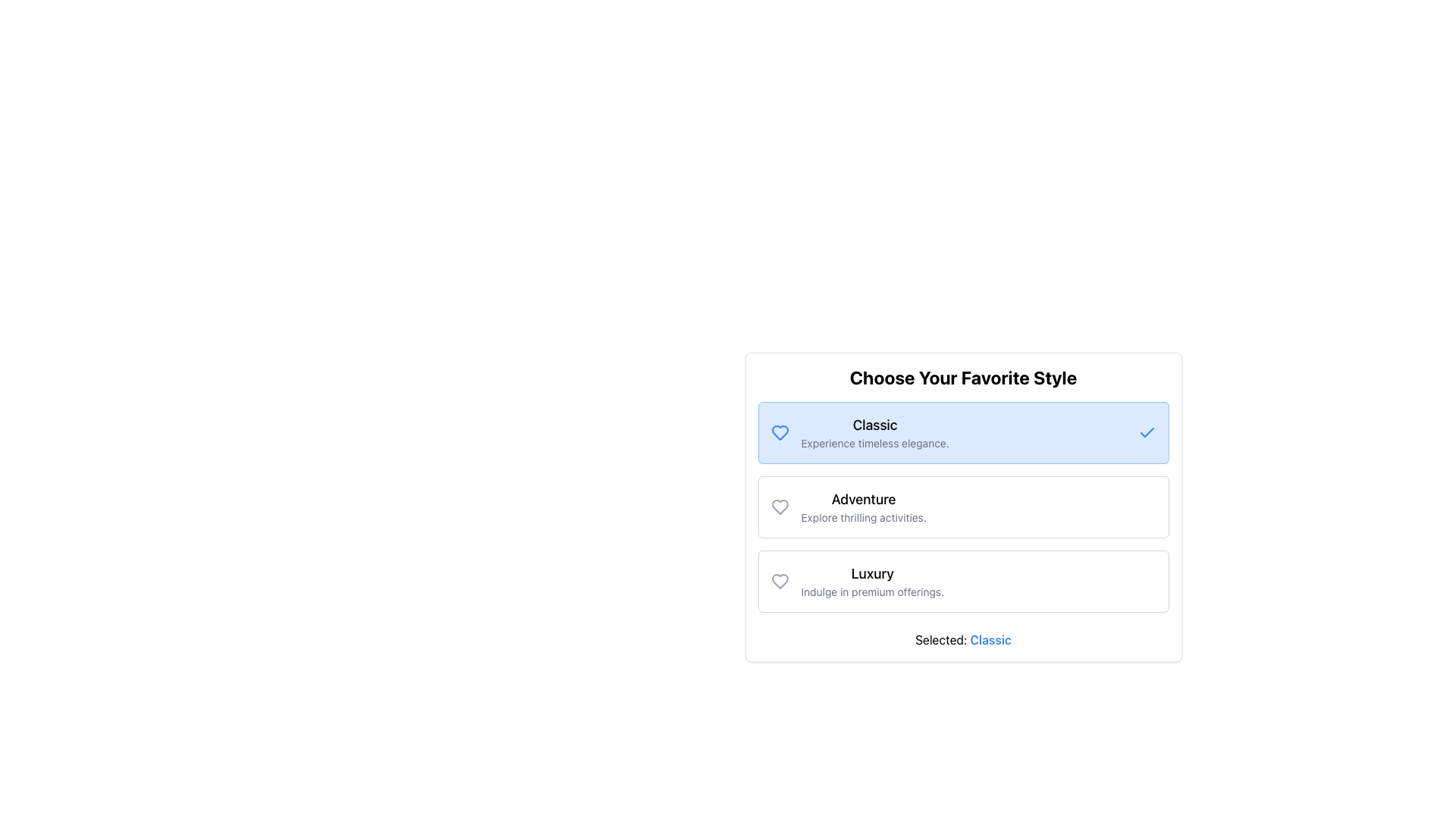  Describe the element at coordinates (875, 444) in the screenshot. I see `the static text element displaying 'Experience timeless elegance.' located beneath the title 'Classic'` at that location.